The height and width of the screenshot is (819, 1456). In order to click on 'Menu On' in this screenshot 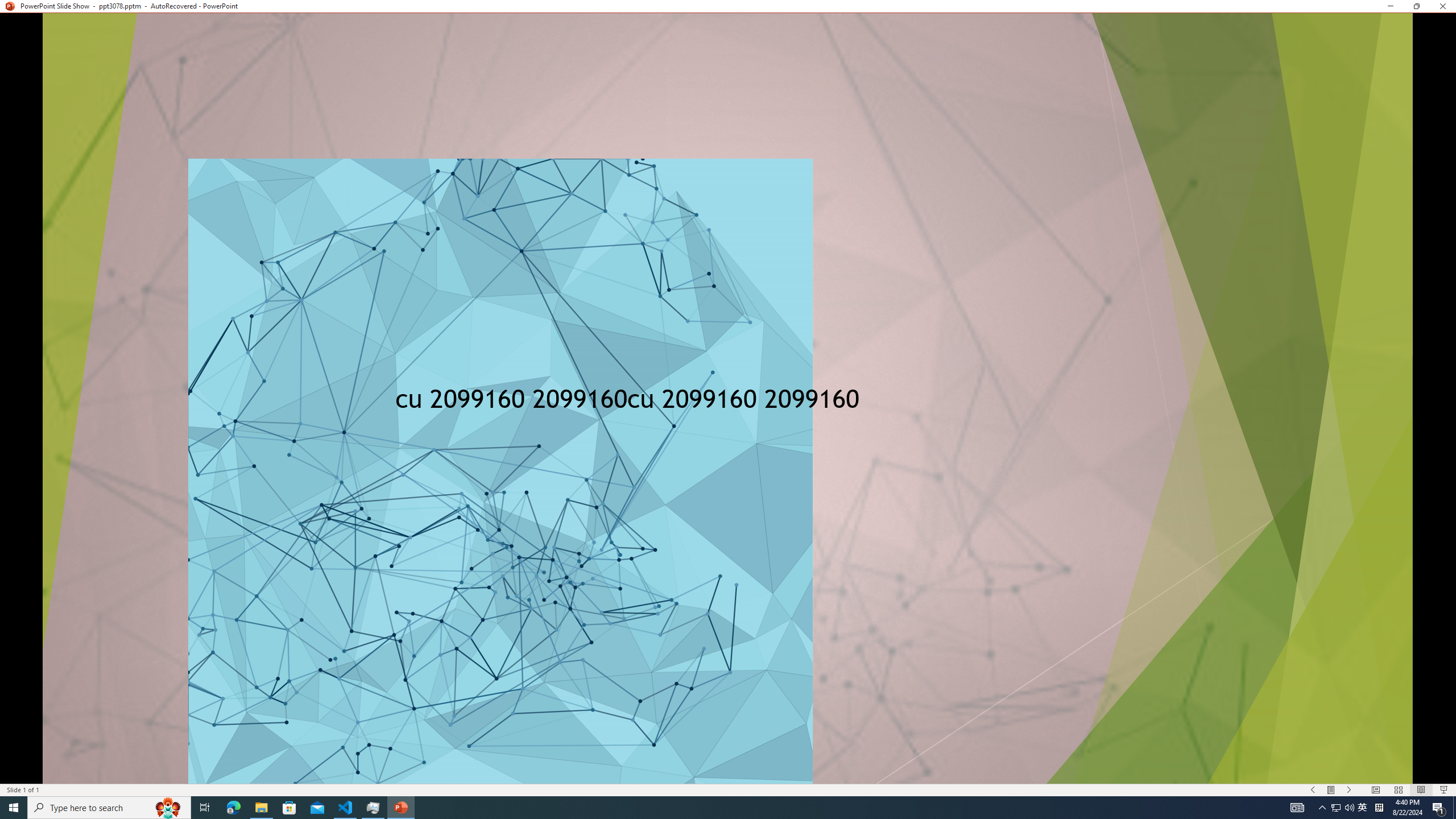, I will do `click(1331, 790)`.